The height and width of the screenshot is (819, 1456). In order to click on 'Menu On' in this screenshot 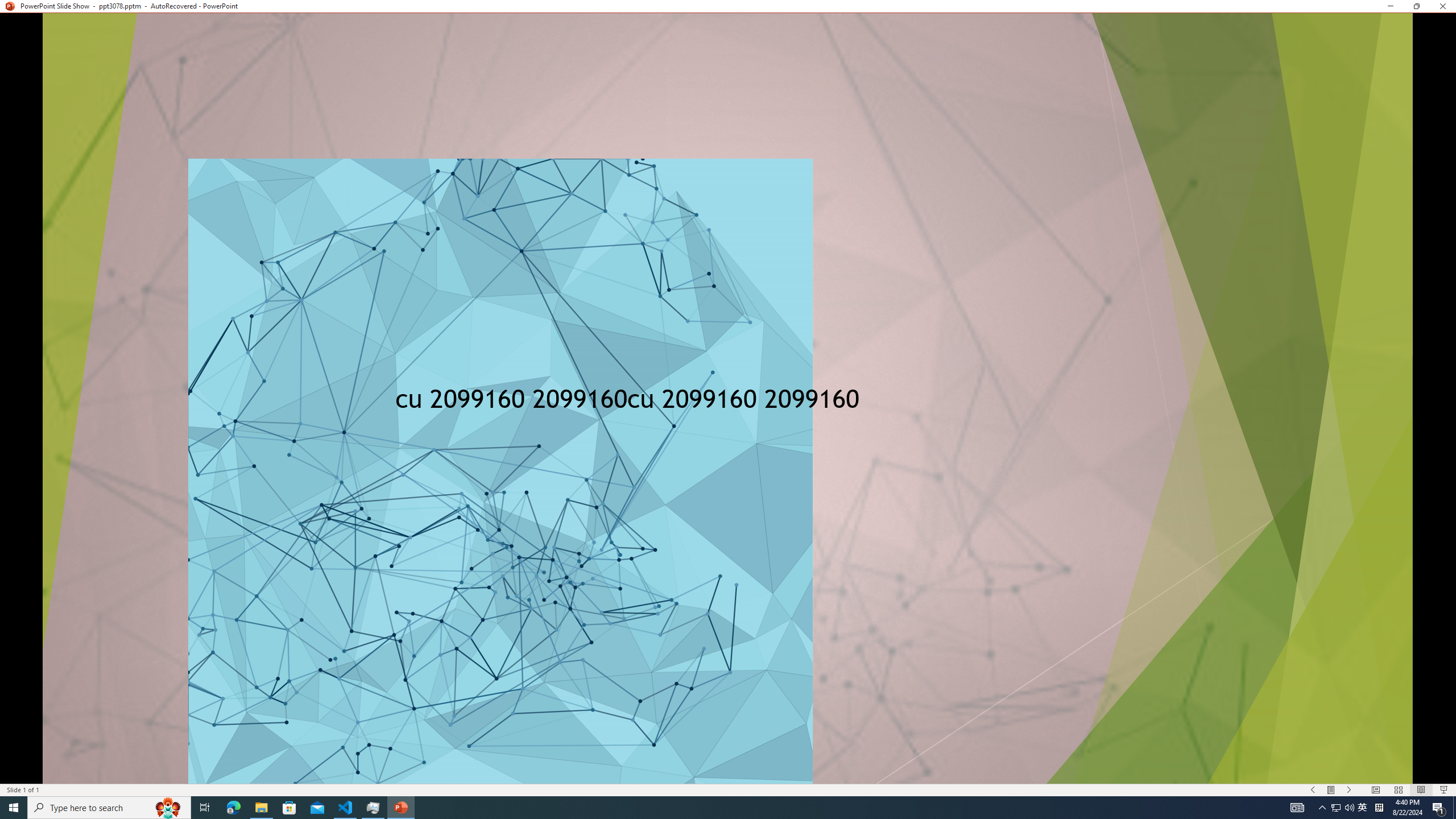, I will do `click(1331, 790)`.